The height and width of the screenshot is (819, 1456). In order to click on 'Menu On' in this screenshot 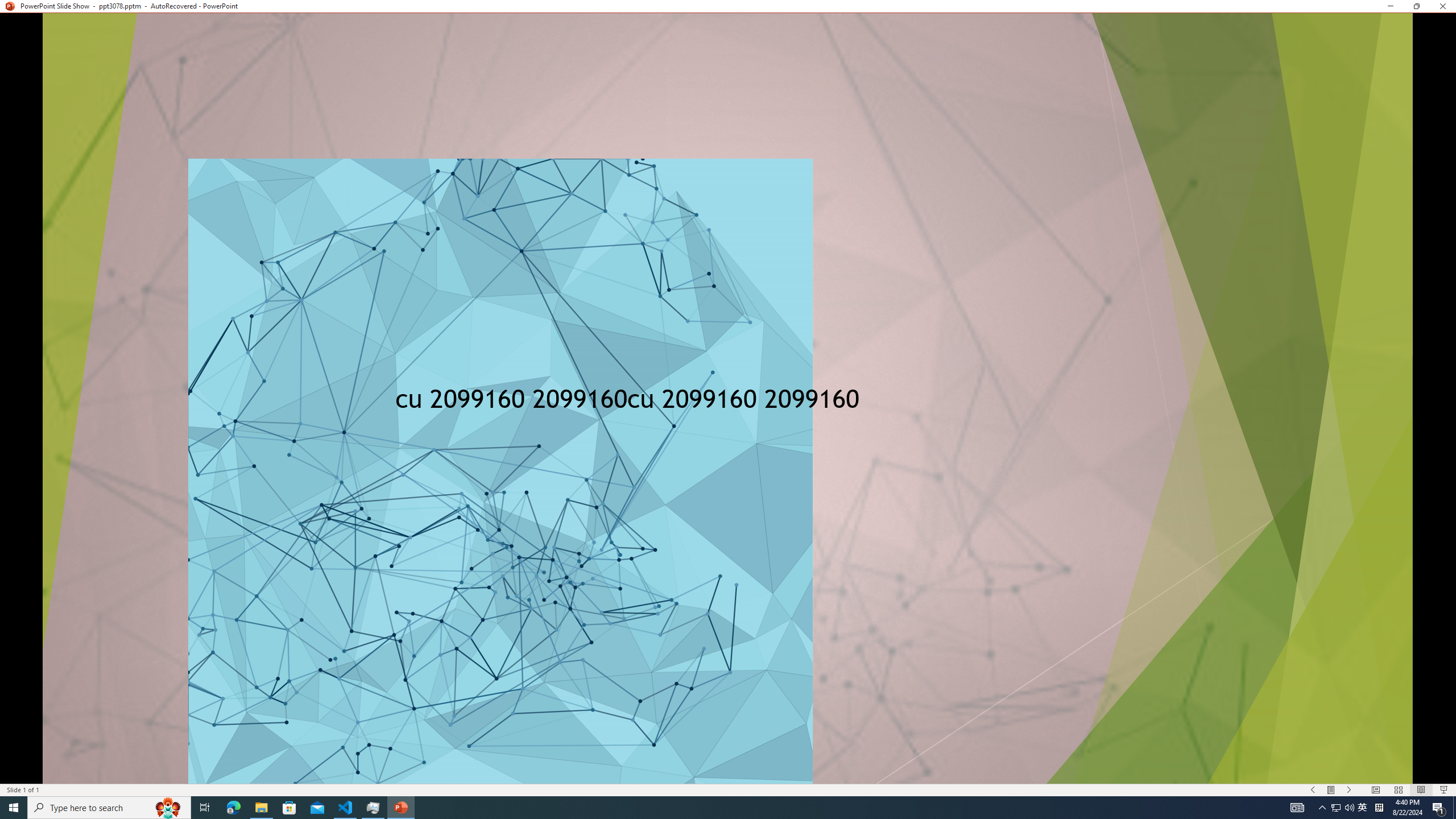, I will do `click(1331, 790)`.